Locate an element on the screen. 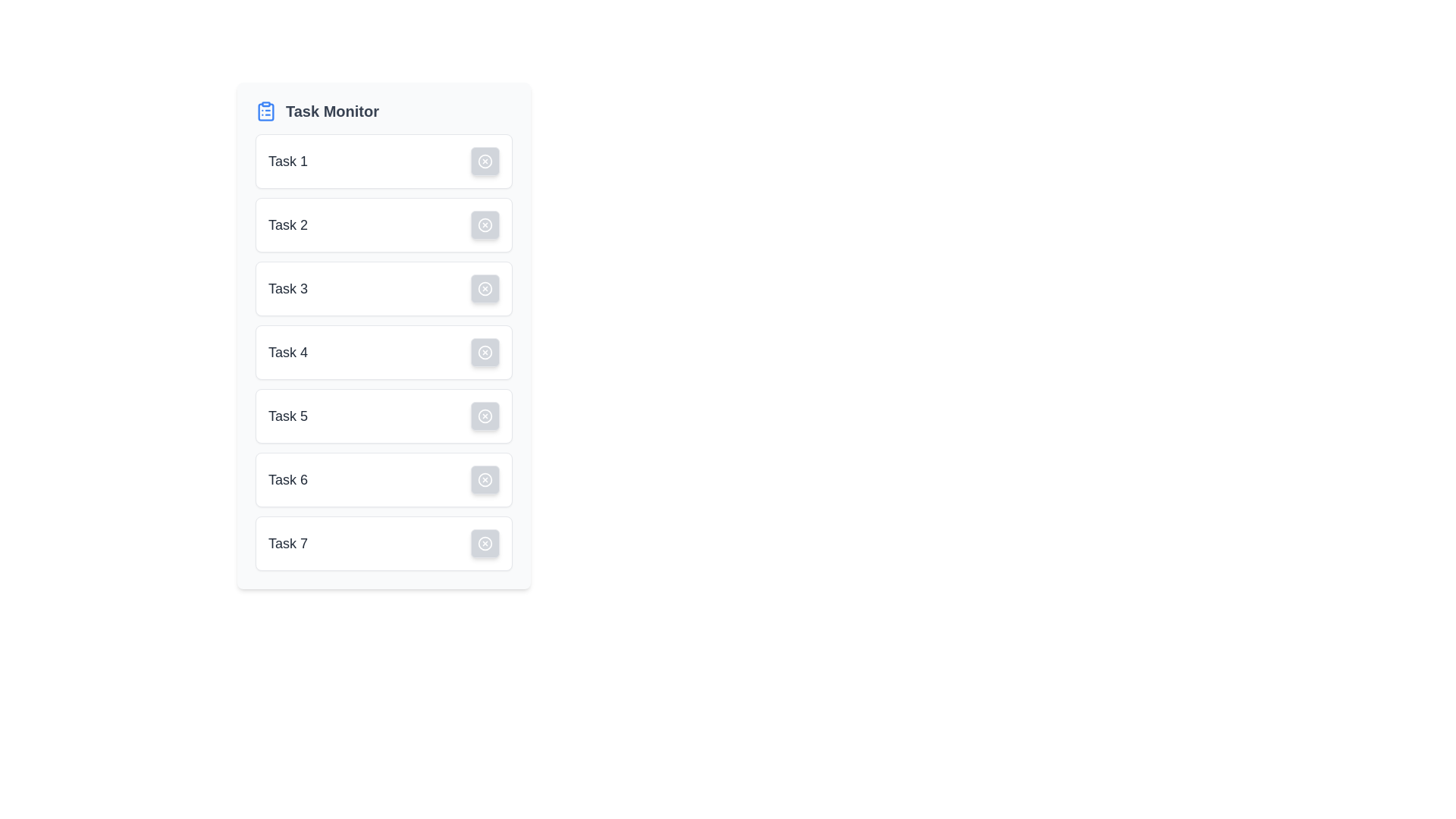  and drop the list item labeled 'Task 7' is located at coordinates (384, 543).